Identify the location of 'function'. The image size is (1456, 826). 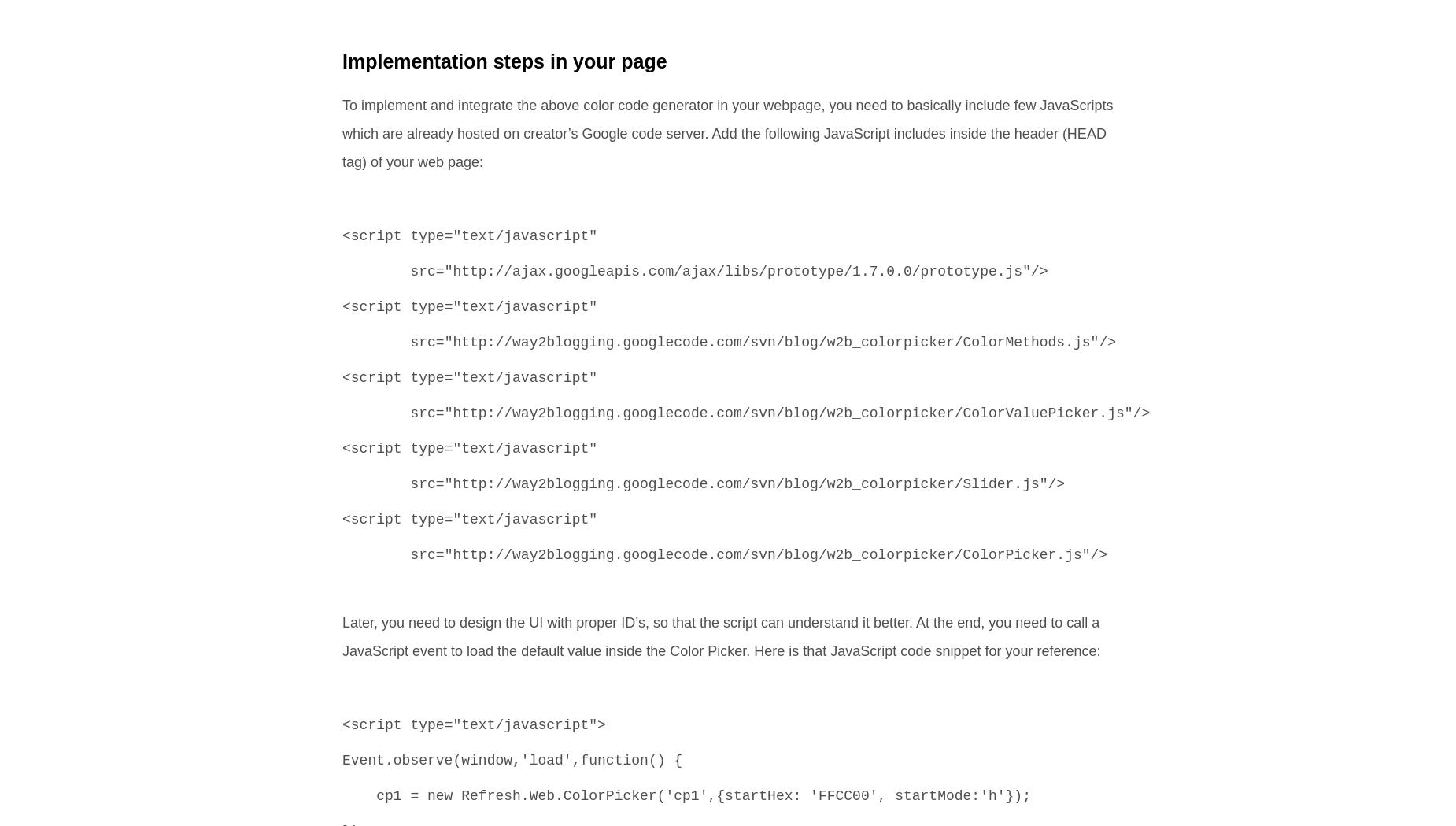
(613, 761).